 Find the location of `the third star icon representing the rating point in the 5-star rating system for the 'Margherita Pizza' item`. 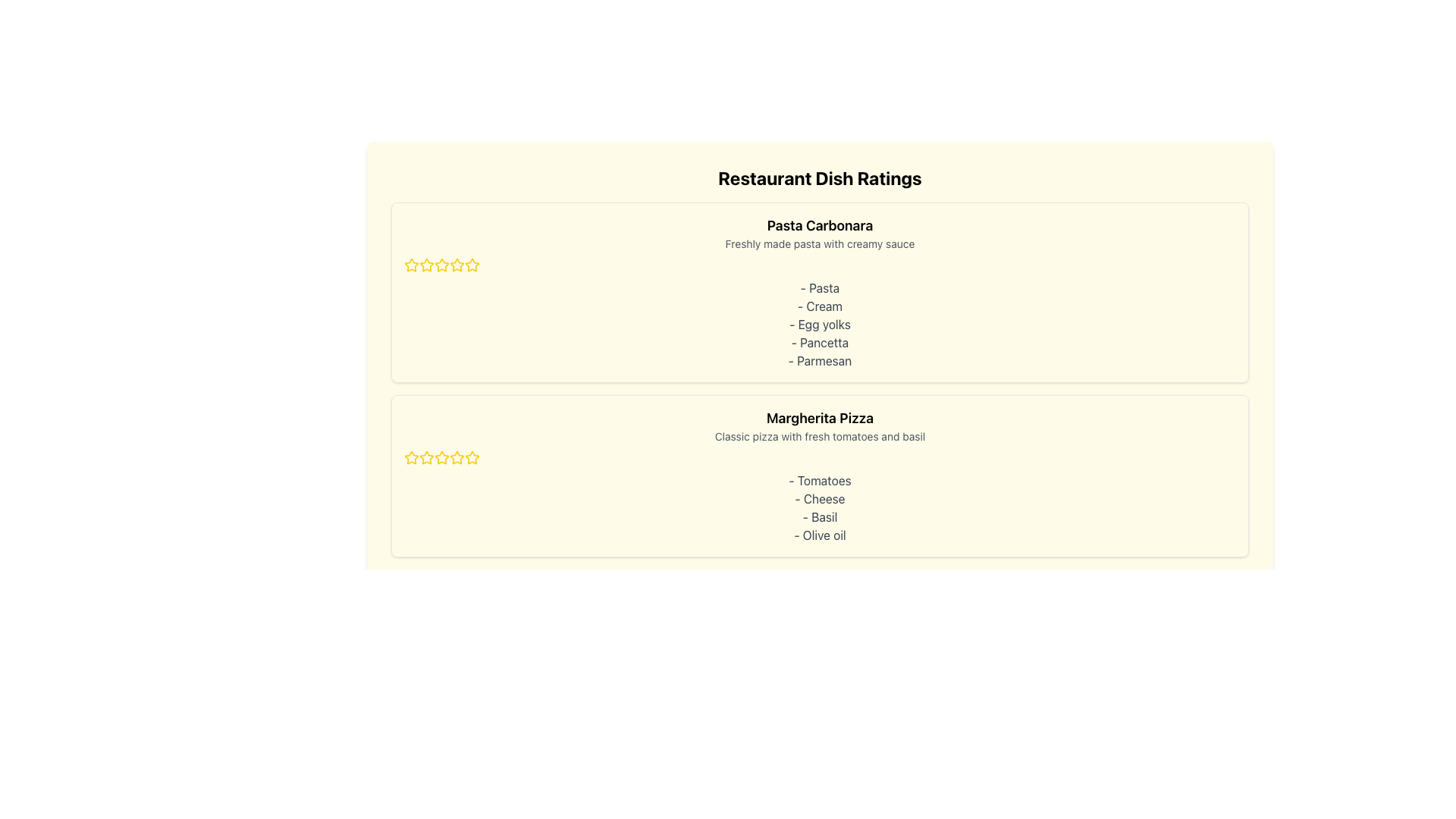

the third star icon representing the rating point in the 5-star rating system for the 'Margherita Pizza' item is located at coordinates (472, 457).